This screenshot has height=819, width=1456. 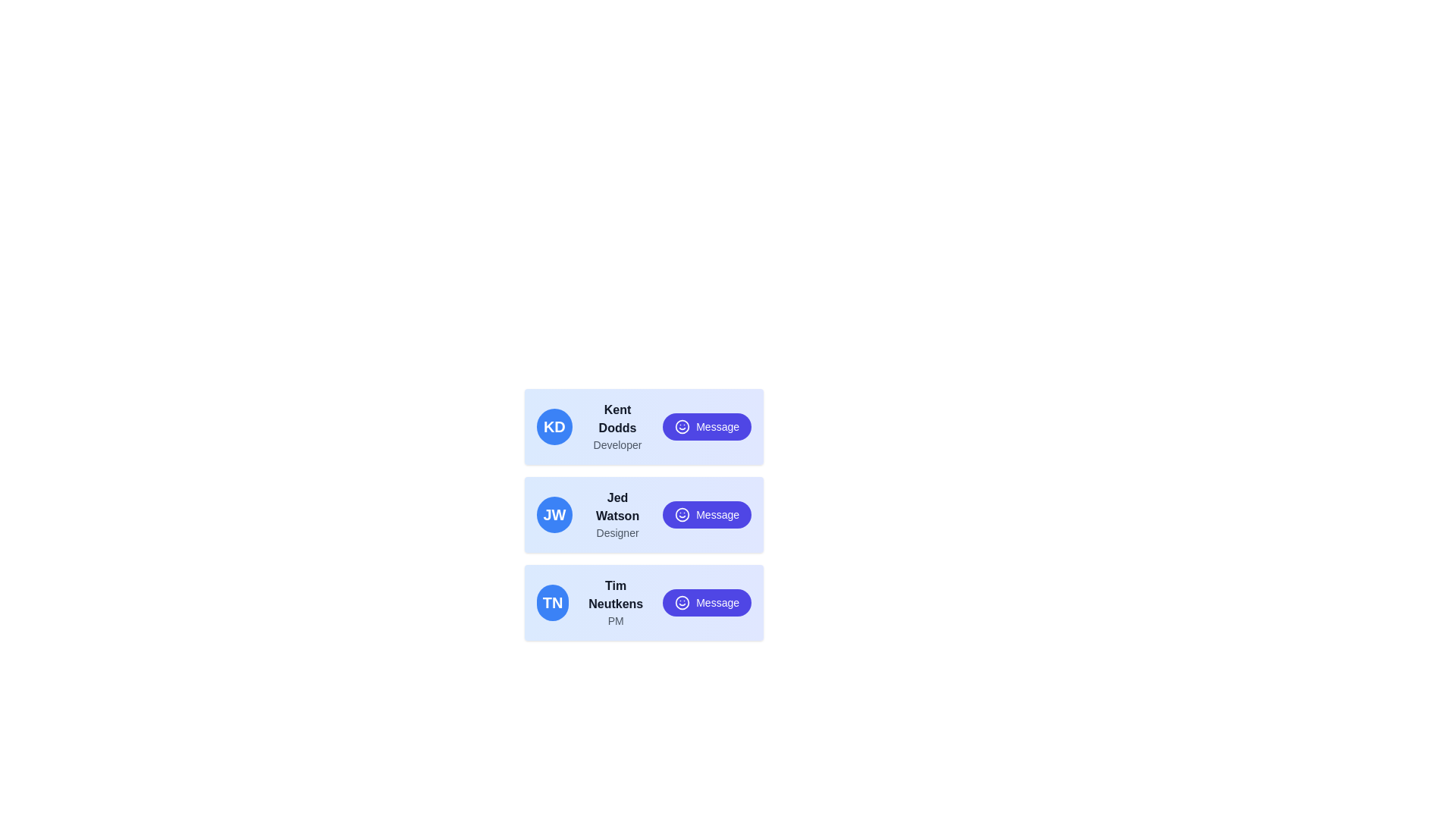 What do you see at coordinates (706, 427) in the screenshot?
I see `the rightmost button in the card for user 'Kent Dodds' to initiate a messaging interaction` at bounding box center [706, 427].